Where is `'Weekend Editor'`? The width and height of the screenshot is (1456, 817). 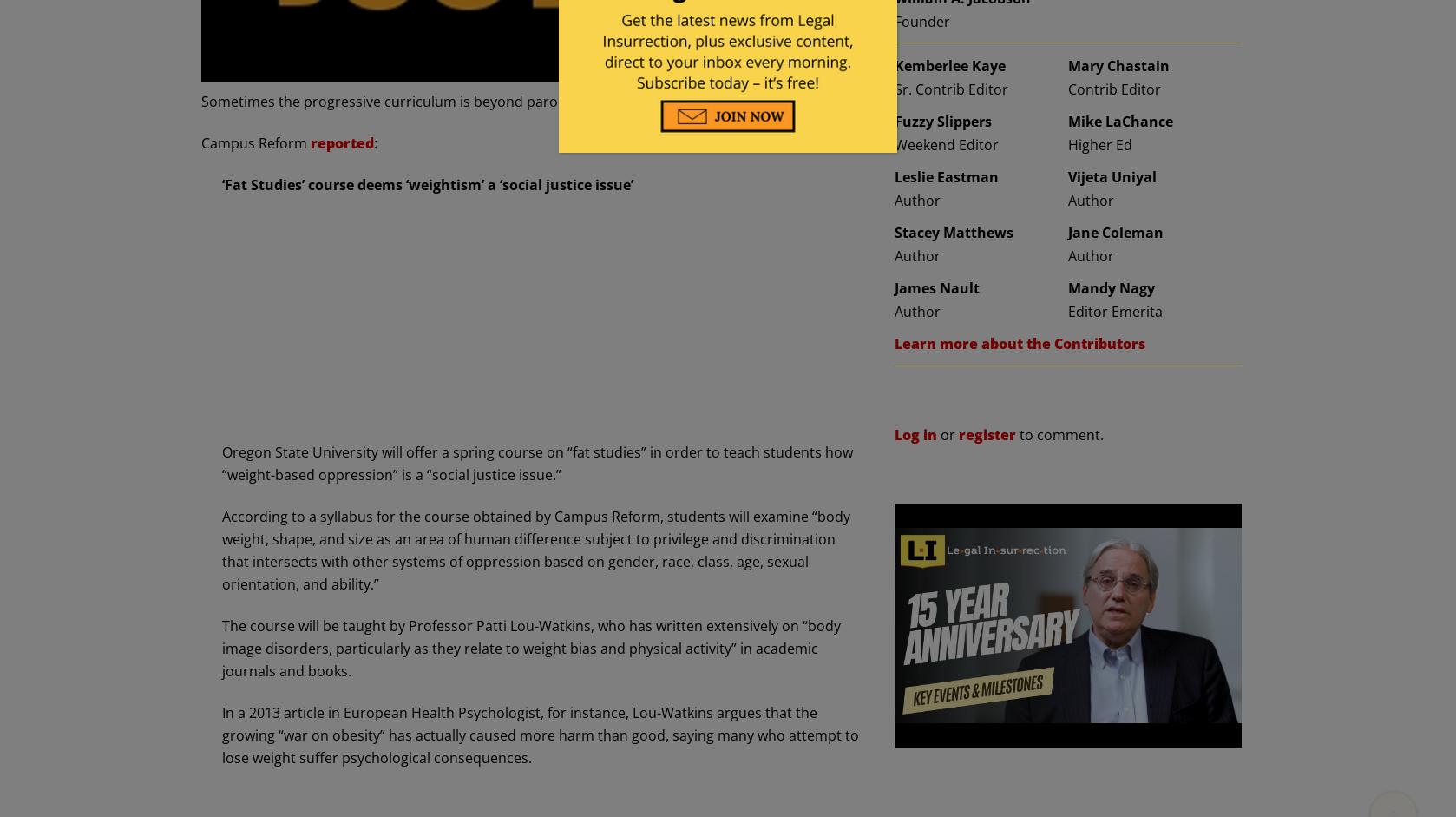 'Weekend Editor' is located at coordinates (947, 144).